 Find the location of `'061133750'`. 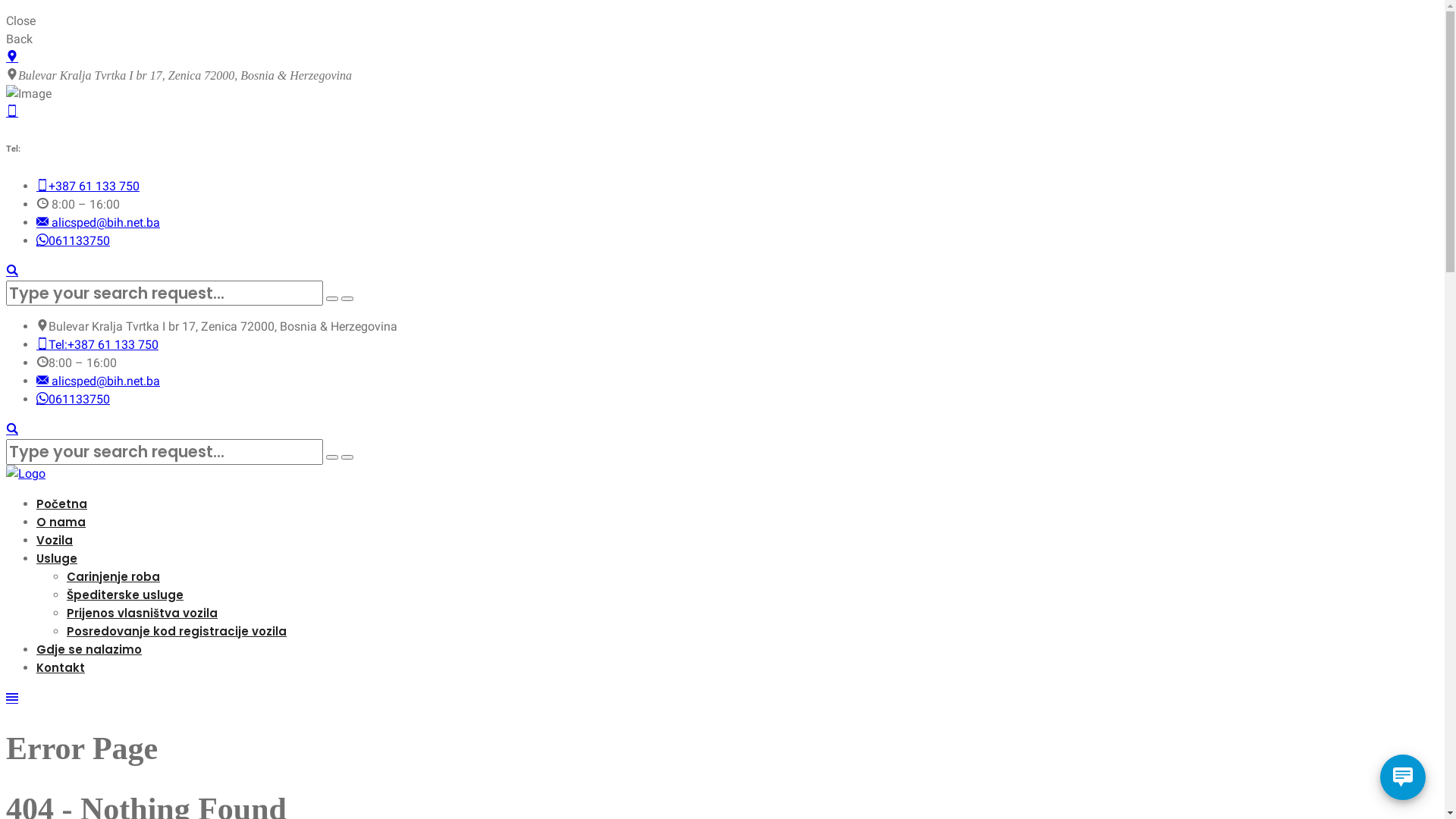

'061133750' is located at coordinates (36, 240).